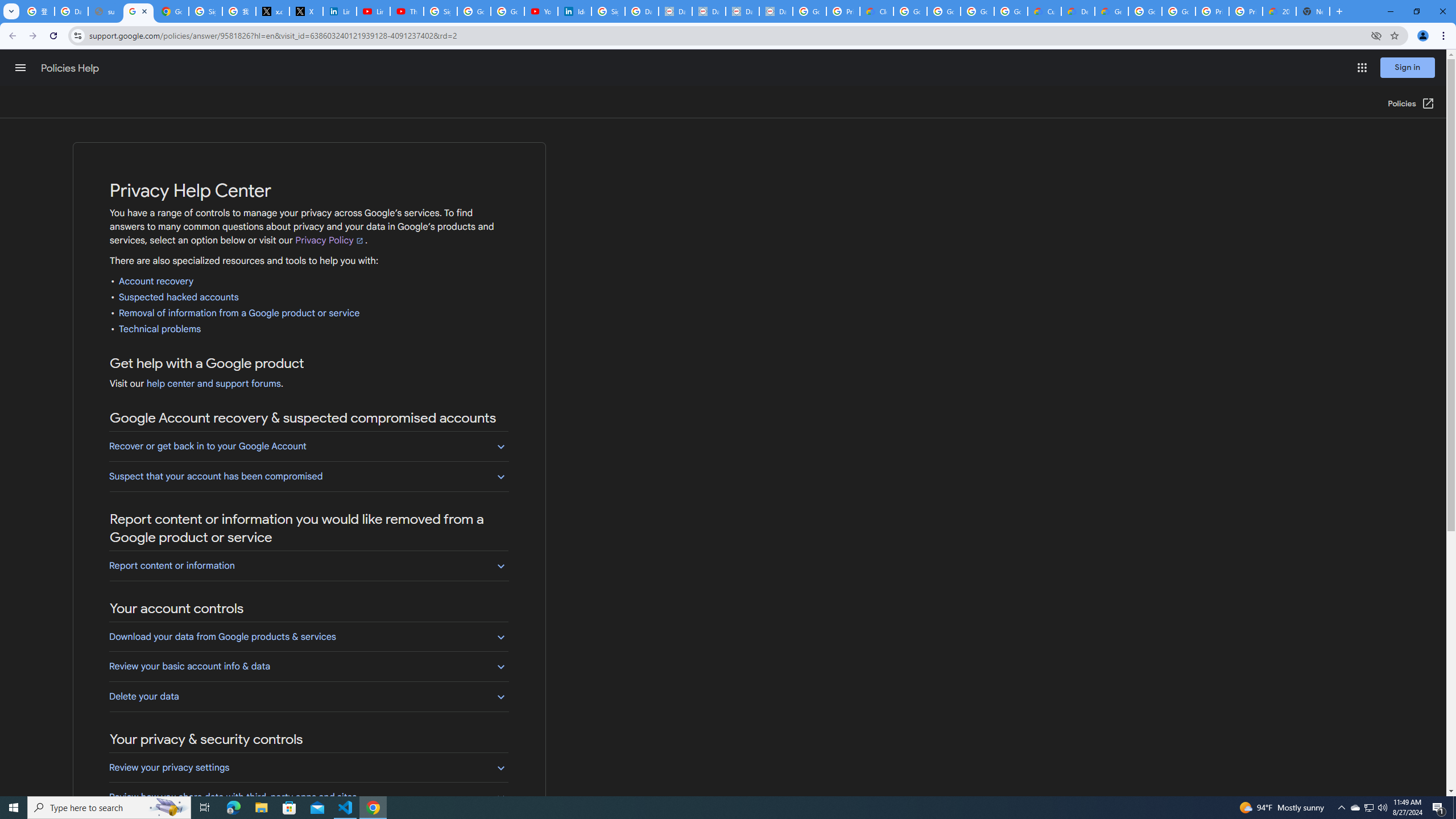  I want to click on 'Suspect that your account has been compromised', so click(308, 475).